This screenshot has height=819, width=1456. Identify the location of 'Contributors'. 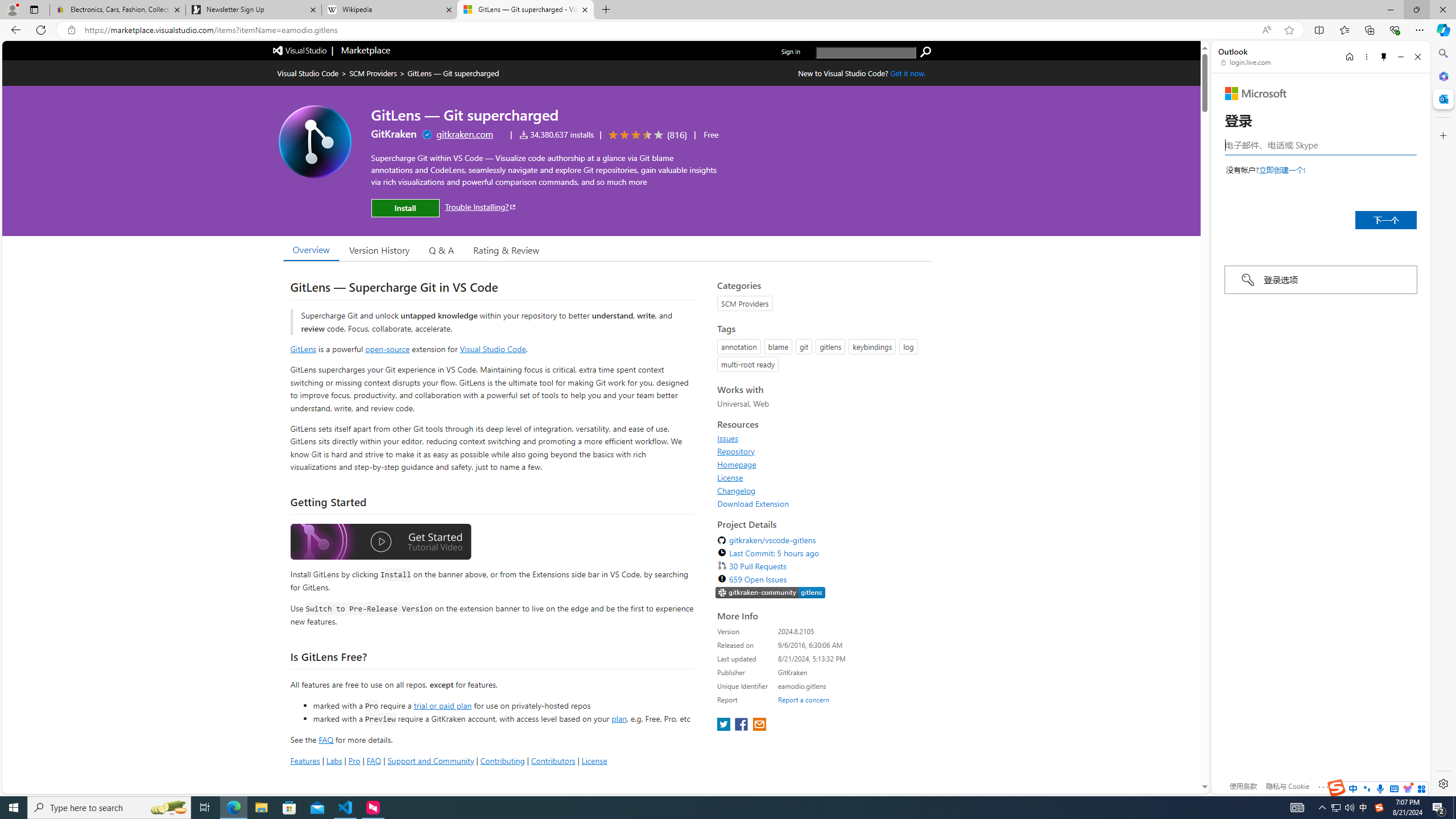
(552, 760).